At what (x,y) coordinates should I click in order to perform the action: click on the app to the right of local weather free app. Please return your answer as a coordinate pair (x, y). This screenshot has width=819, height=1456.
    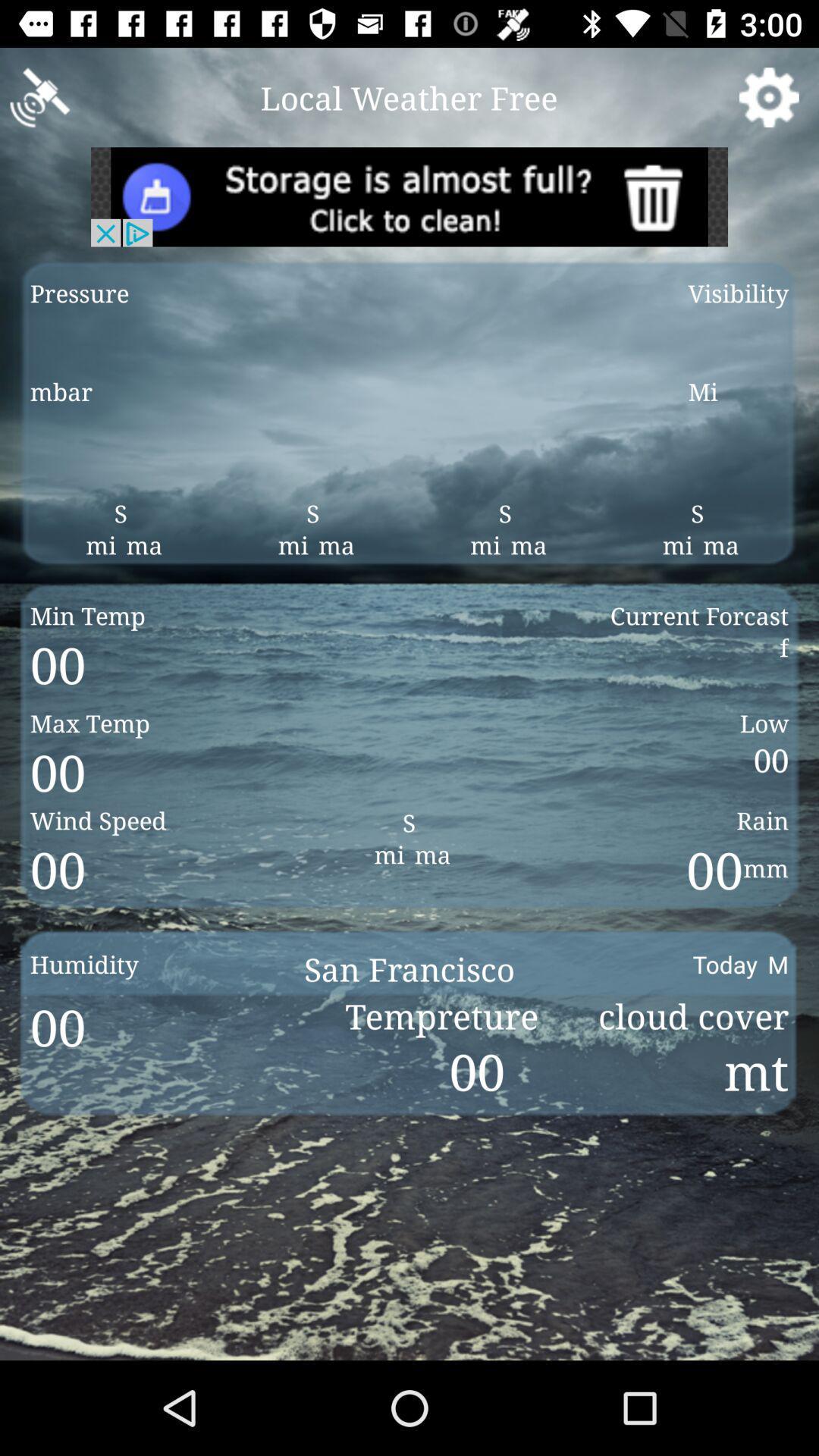
    Looking at the image, I should click on (769, 96).